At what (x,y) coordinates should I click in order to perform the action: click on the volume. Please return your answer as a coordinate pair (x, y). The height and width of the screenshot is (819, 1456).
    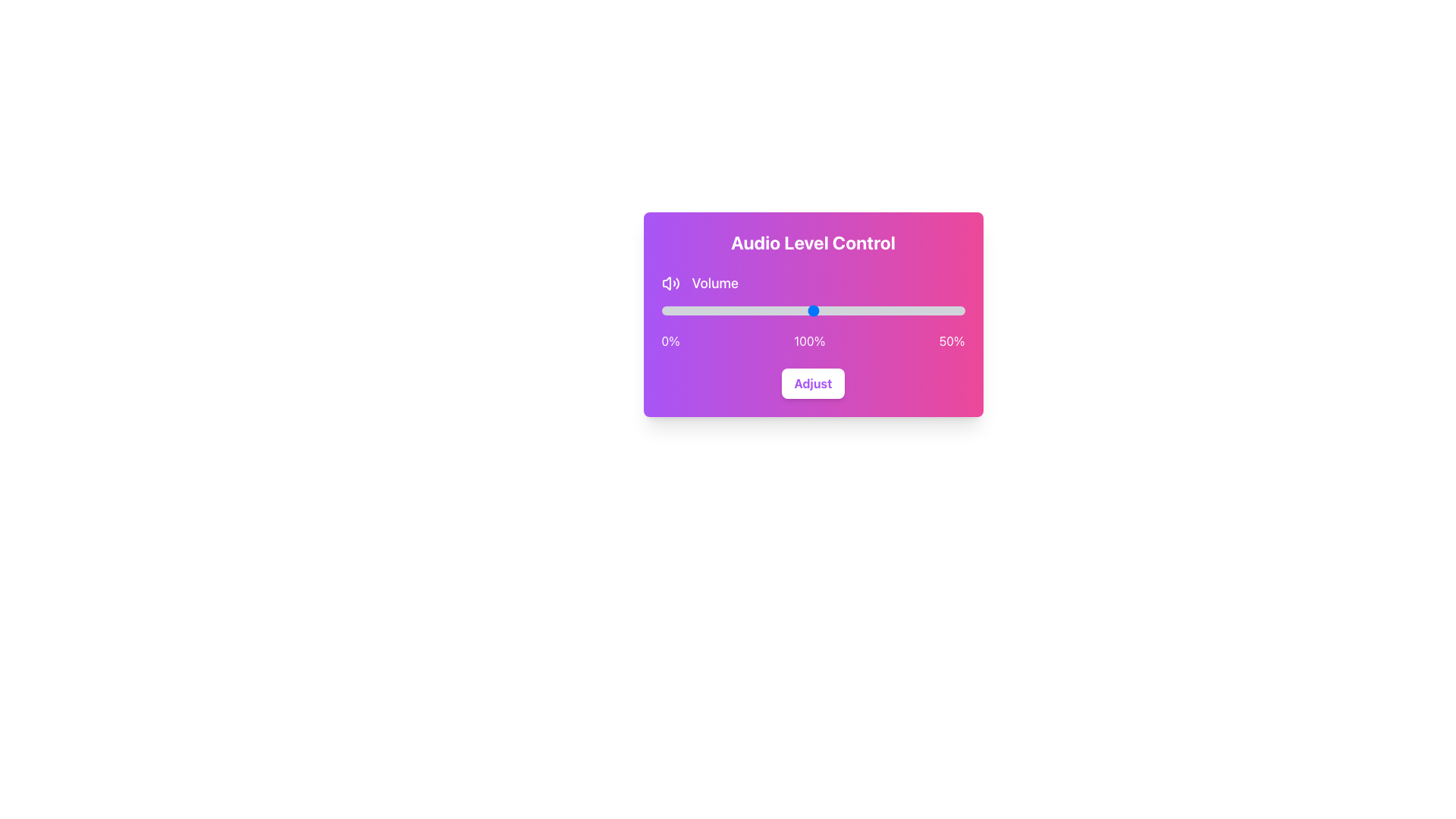
    Looking at the image, I should click on (821, 309).